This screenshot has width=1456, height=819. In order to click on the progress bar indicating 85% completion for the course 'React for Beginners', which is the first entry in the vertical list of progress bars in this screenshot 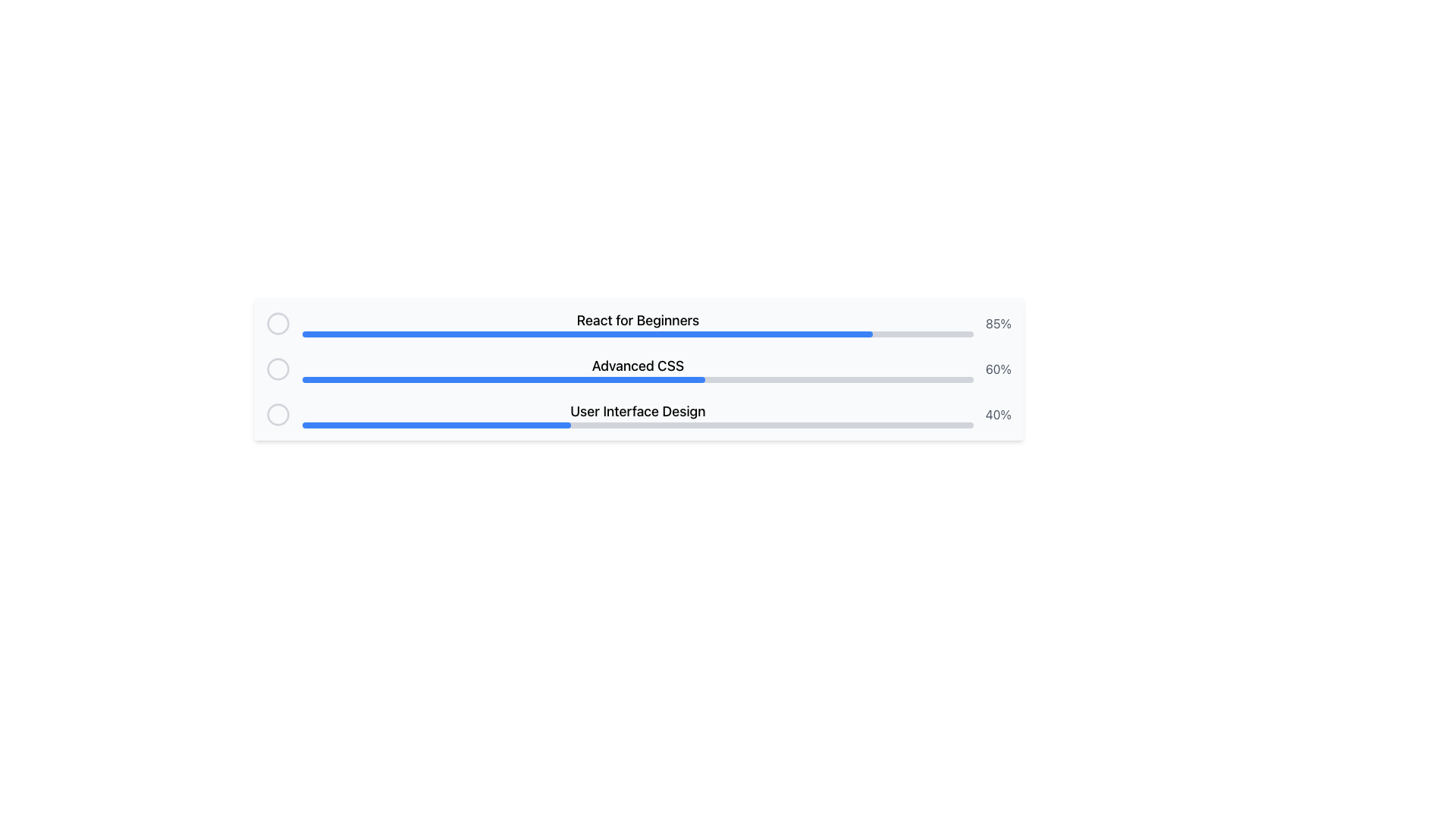, I will do `click(639, 323)`.